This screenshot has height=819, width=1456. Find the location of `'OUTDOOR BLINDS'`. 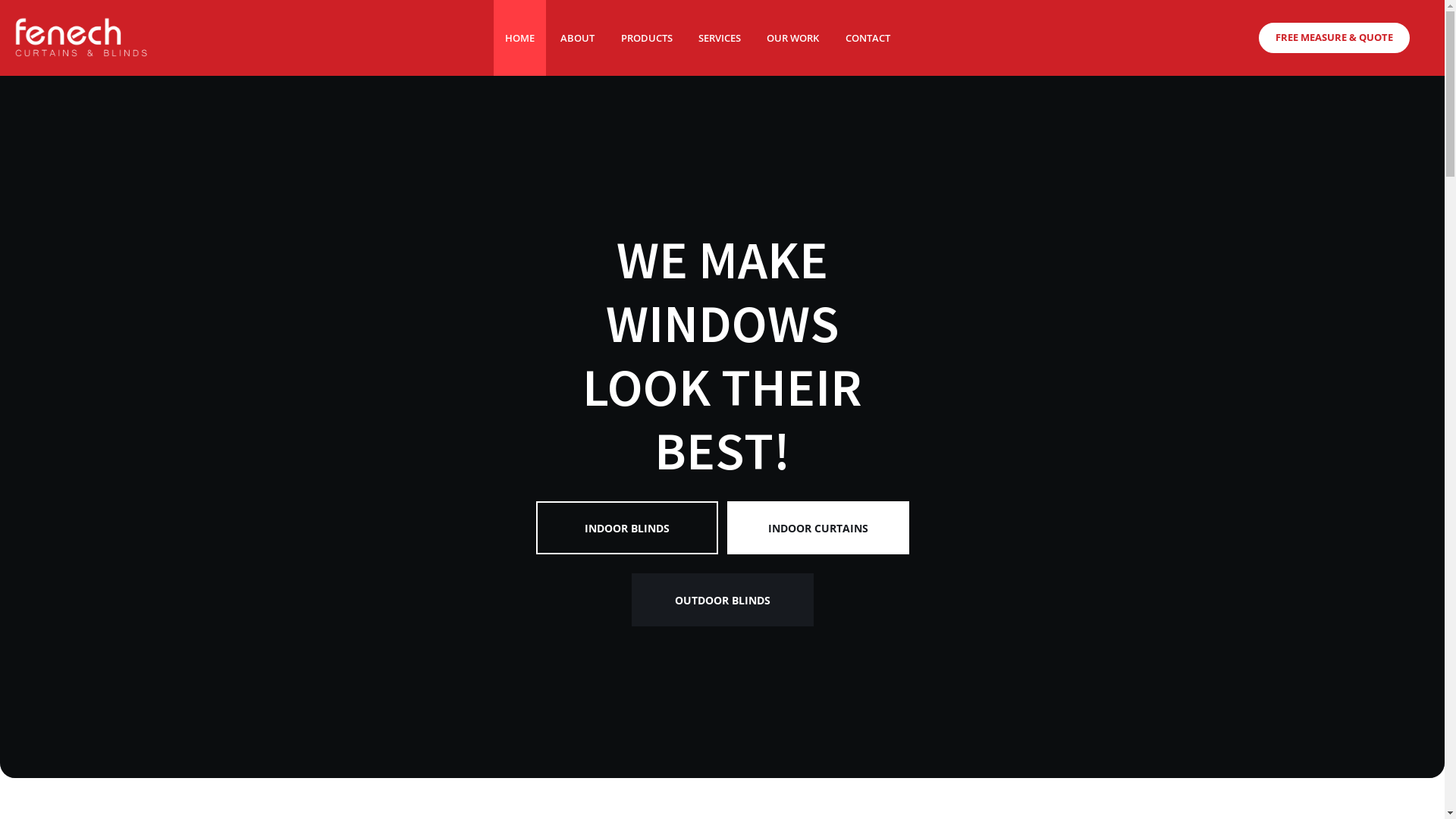

'OUTDOOR BLINDS' is located at coordinates (722, 626).